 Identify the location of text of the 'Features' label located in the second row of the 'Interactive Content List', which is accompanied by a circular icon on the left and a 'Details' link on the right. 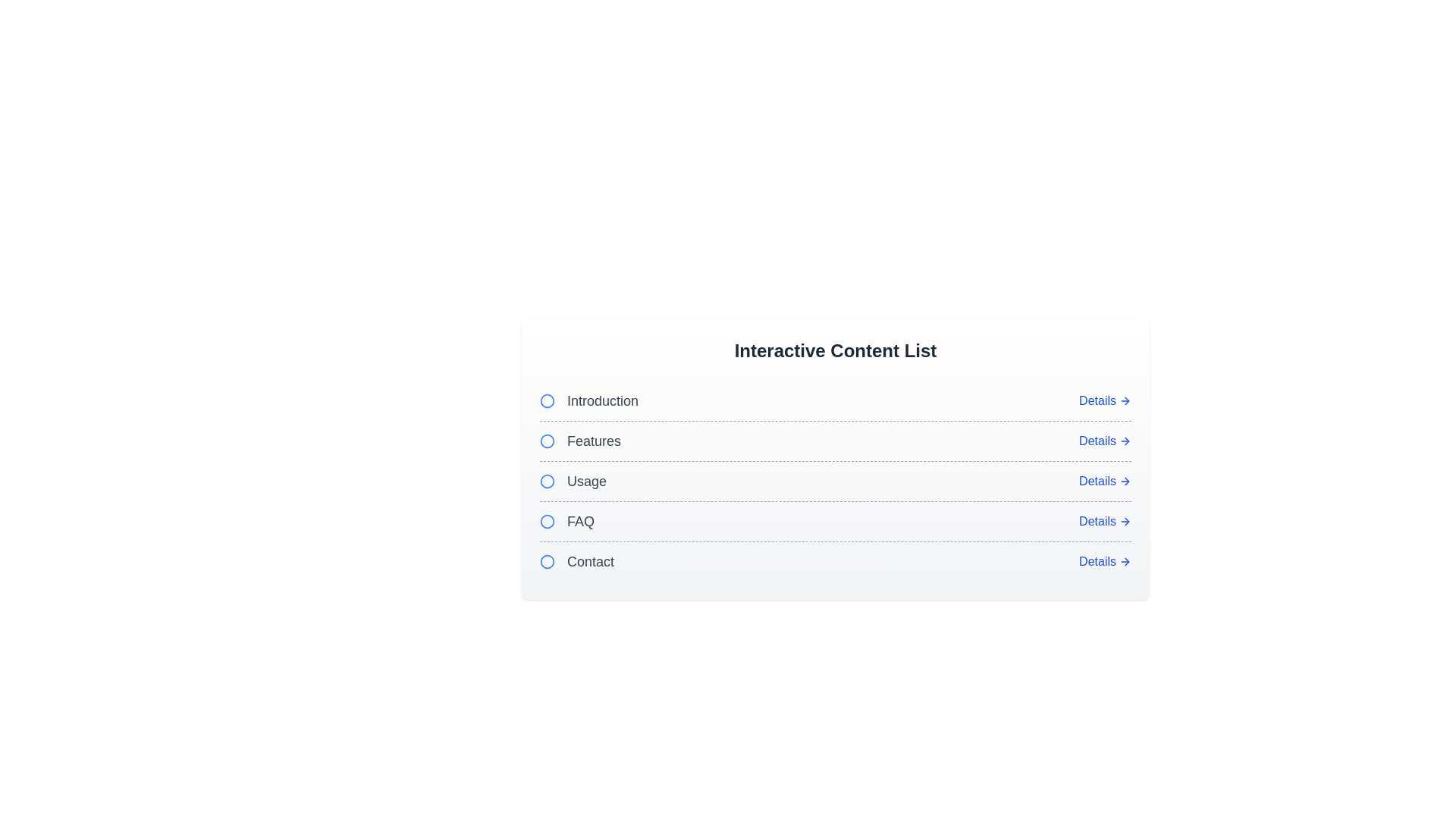
(593, 441).